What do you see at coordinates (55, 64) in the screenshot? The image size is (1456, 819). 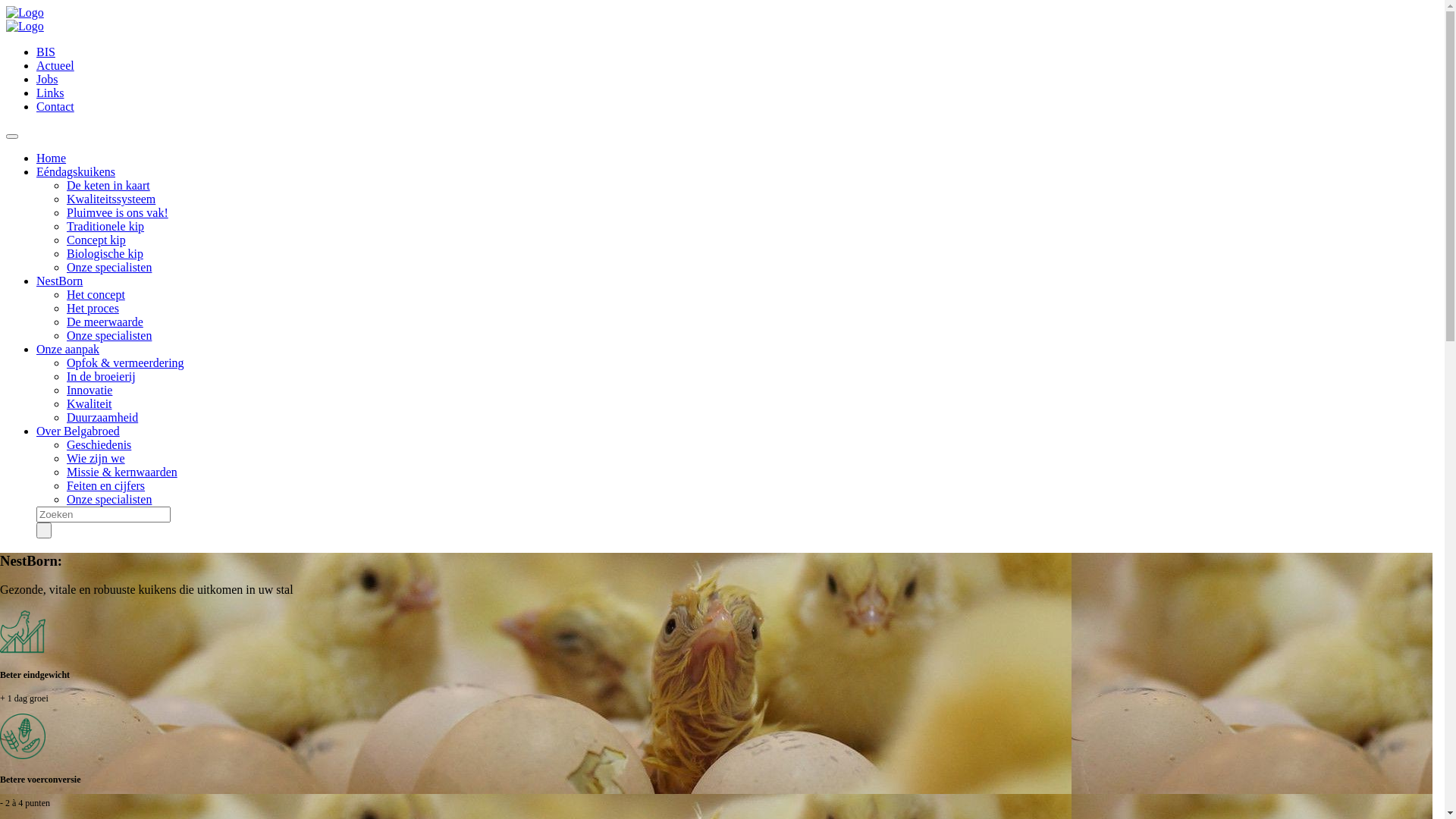 I see `'Actueel'` at bounding box center [55, 64].